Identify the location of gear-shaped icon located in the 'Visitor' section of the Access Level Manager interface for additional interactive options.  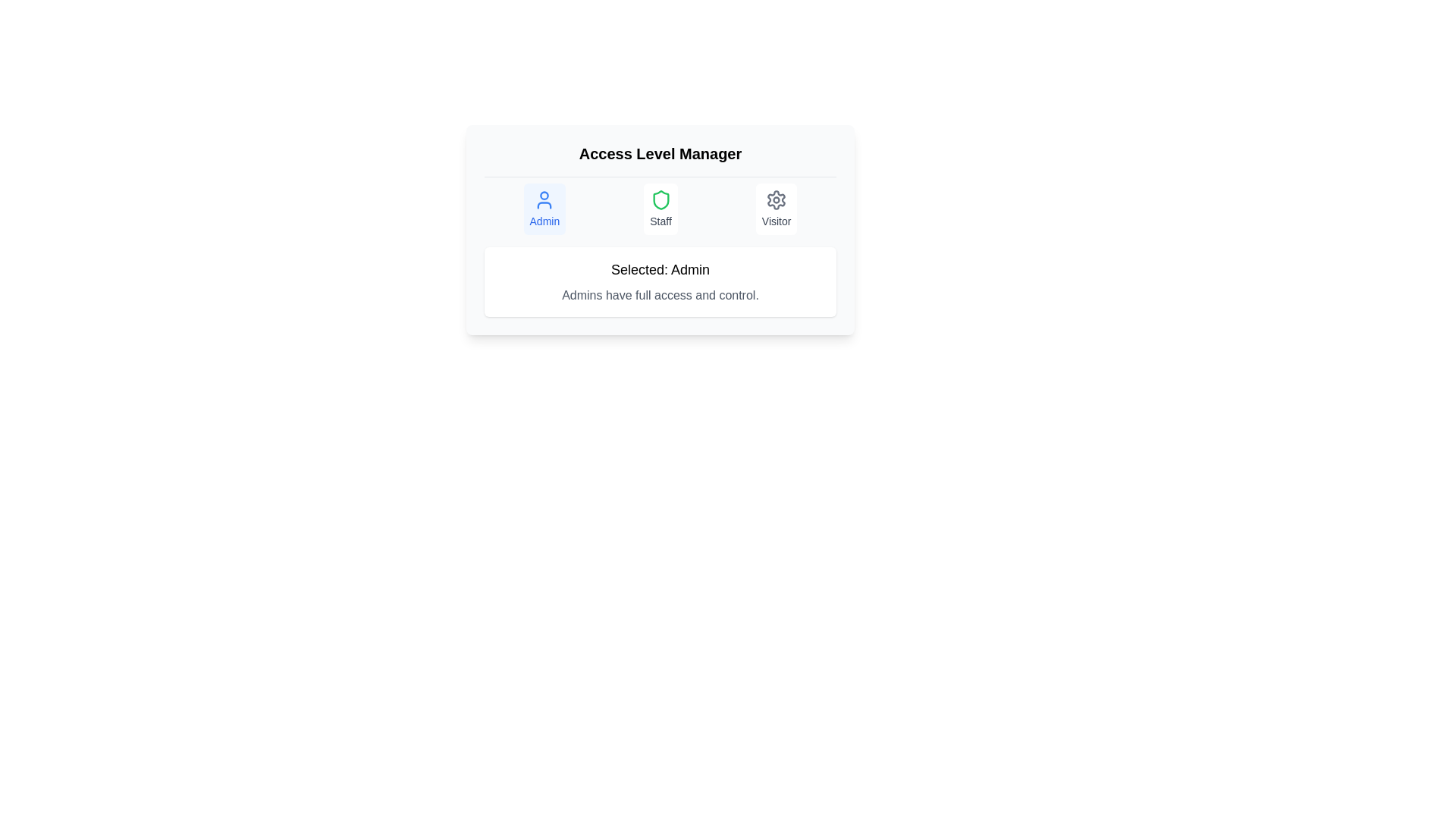
(776, 199).